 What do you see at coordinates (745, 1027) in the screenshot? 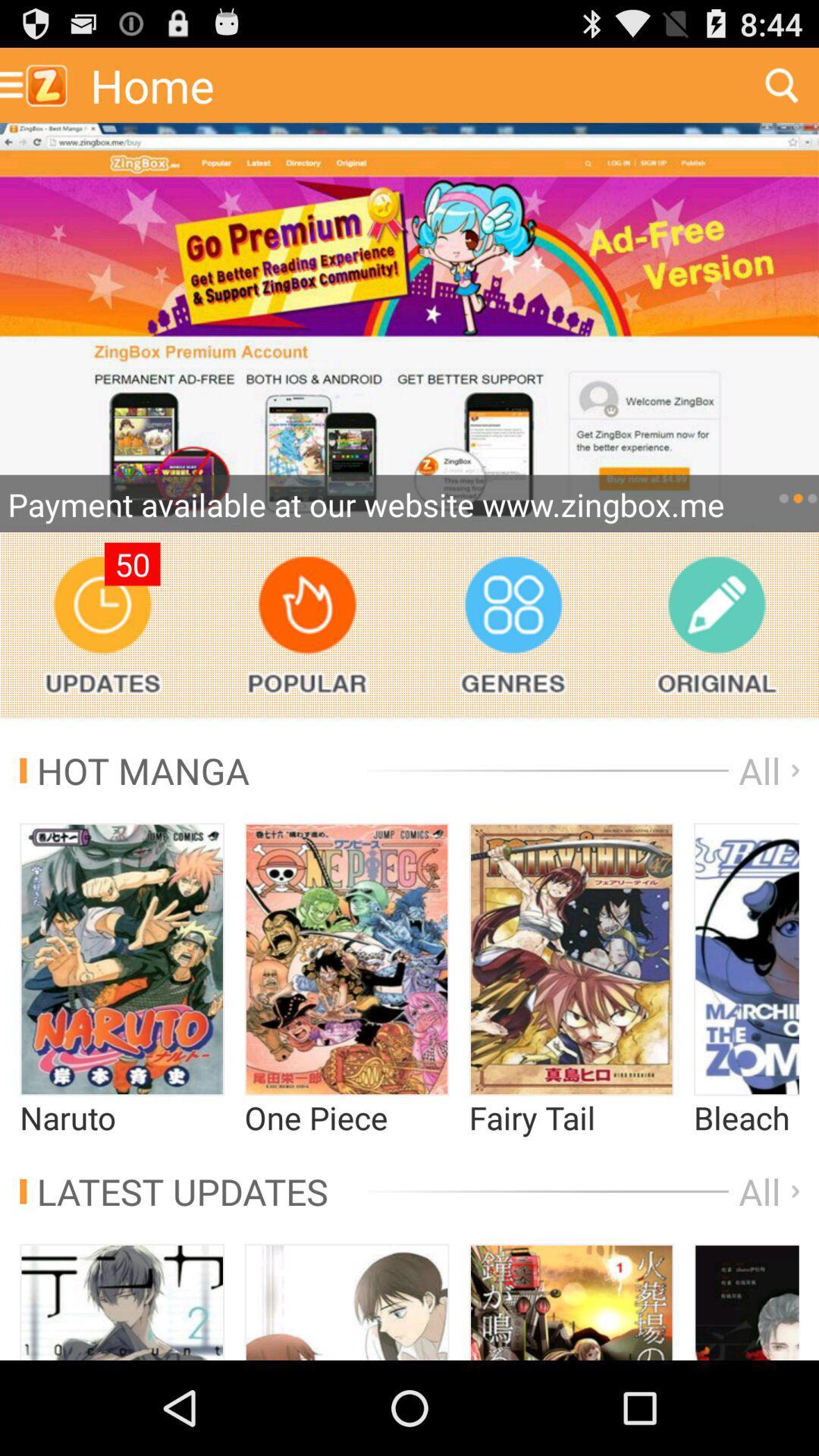
I see `the national_flag icon` at bounding box center [745, 1027].